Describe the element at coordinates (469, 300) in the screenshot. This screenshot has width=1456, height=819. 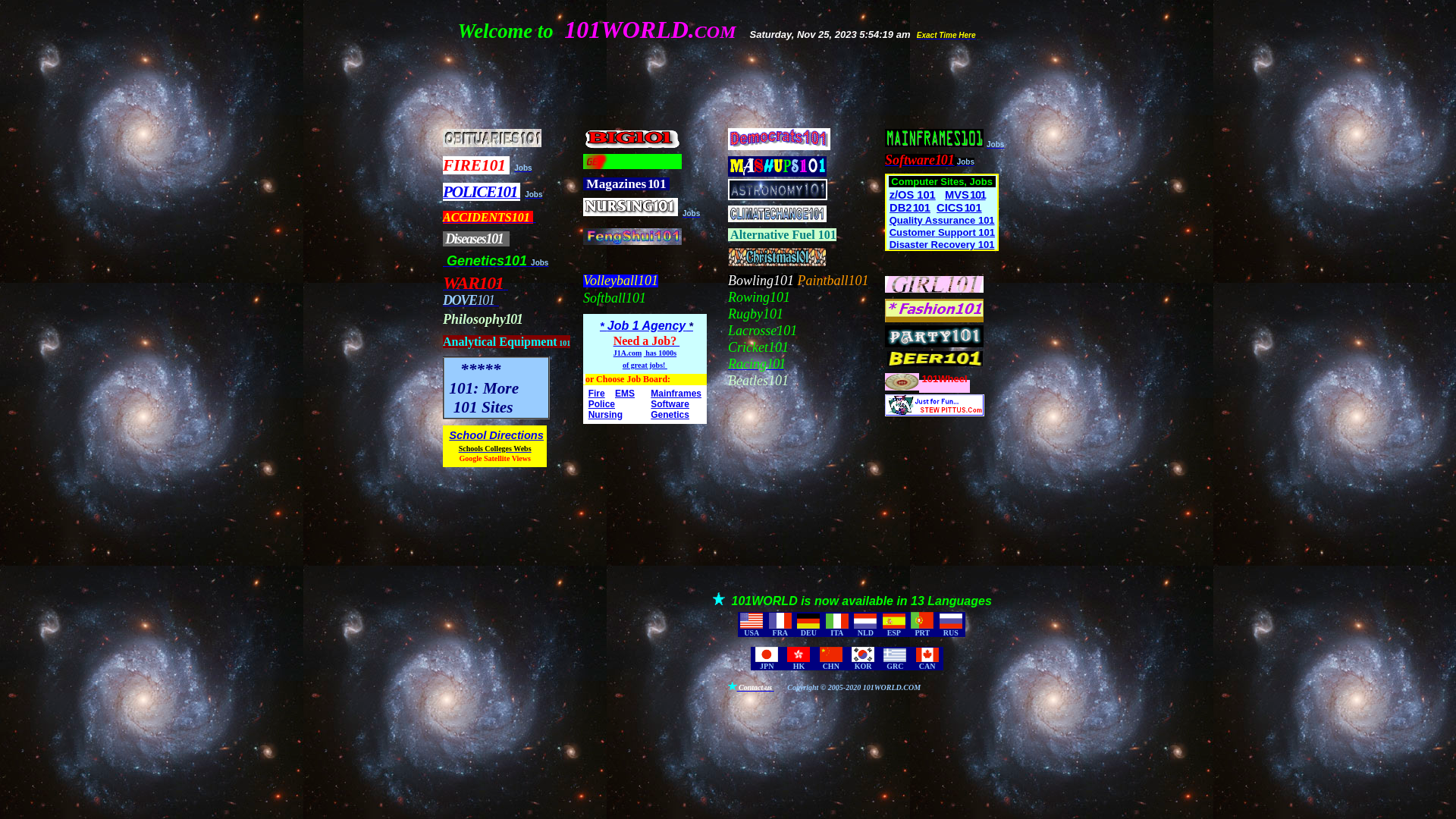
I see `'DOVE101  '` at that location.